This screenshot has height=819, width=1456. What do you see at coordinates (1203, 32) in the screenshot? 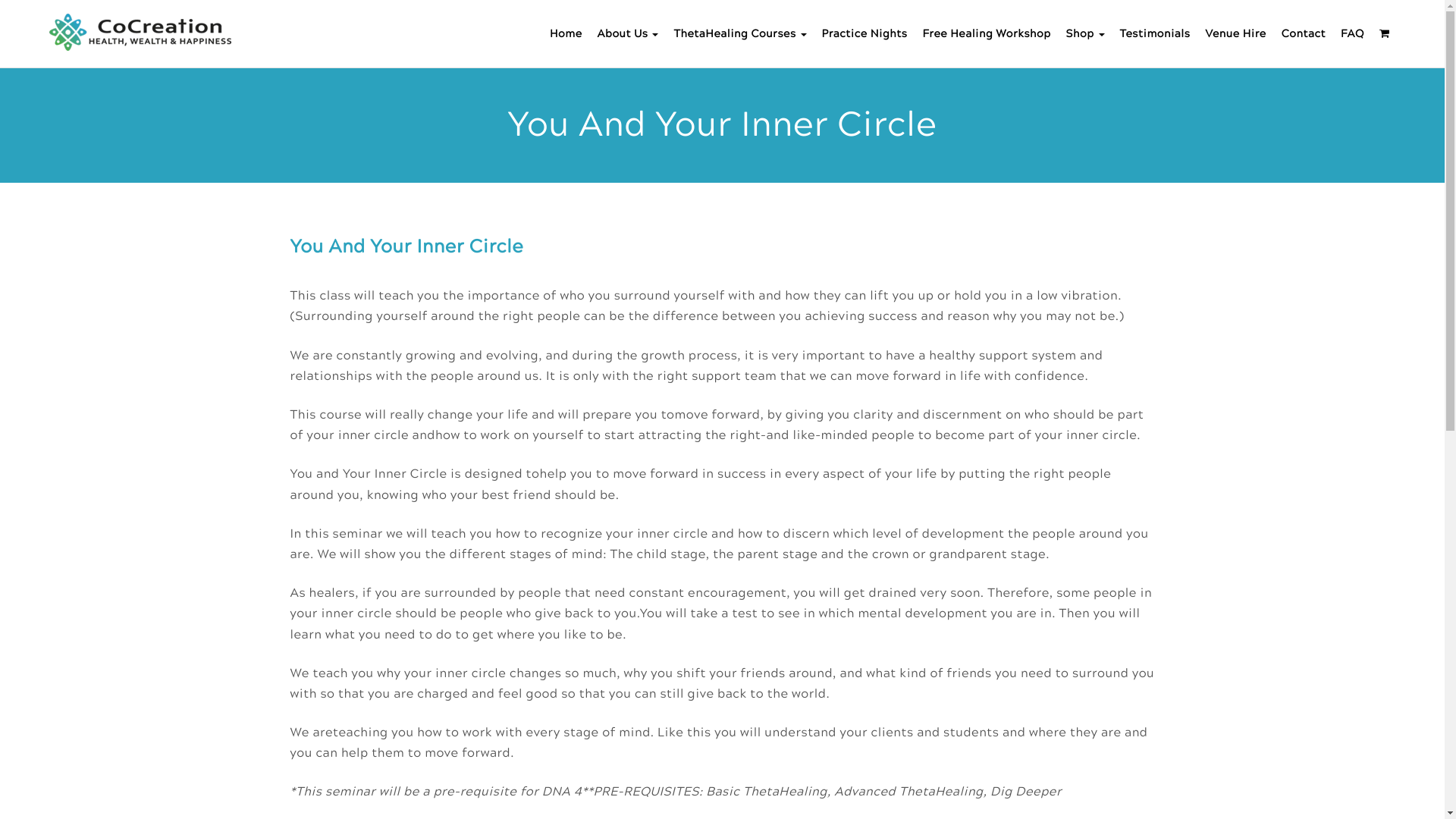
I see `'Venue Hire'` at bounding box center [1203, 32].